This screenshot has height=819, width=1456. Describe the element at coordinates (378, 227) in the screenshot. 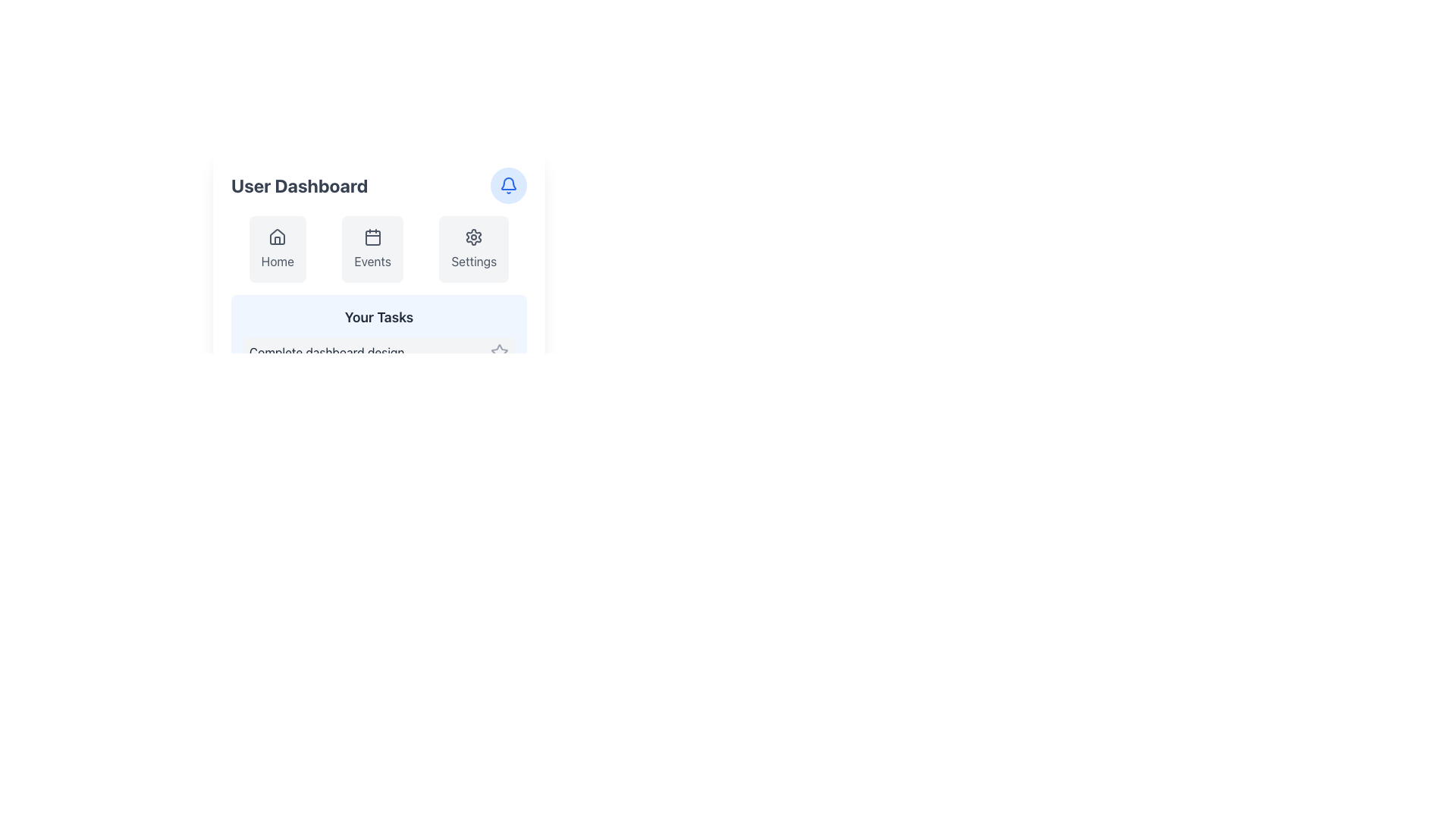

I see `the Navigation Button with a calendar icon and 'Events' text` at that location.